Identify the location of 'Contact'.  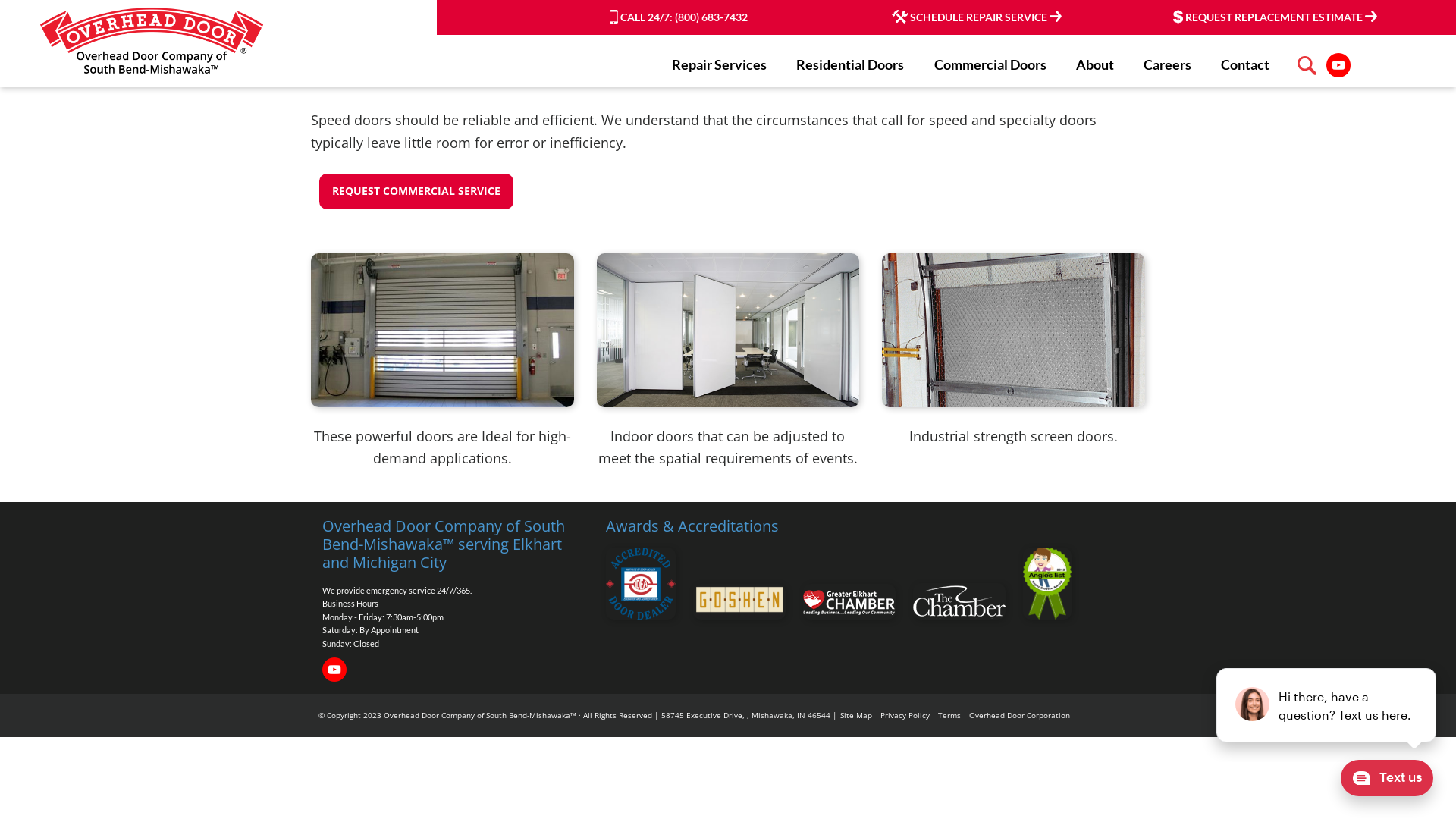
(1244, 63).